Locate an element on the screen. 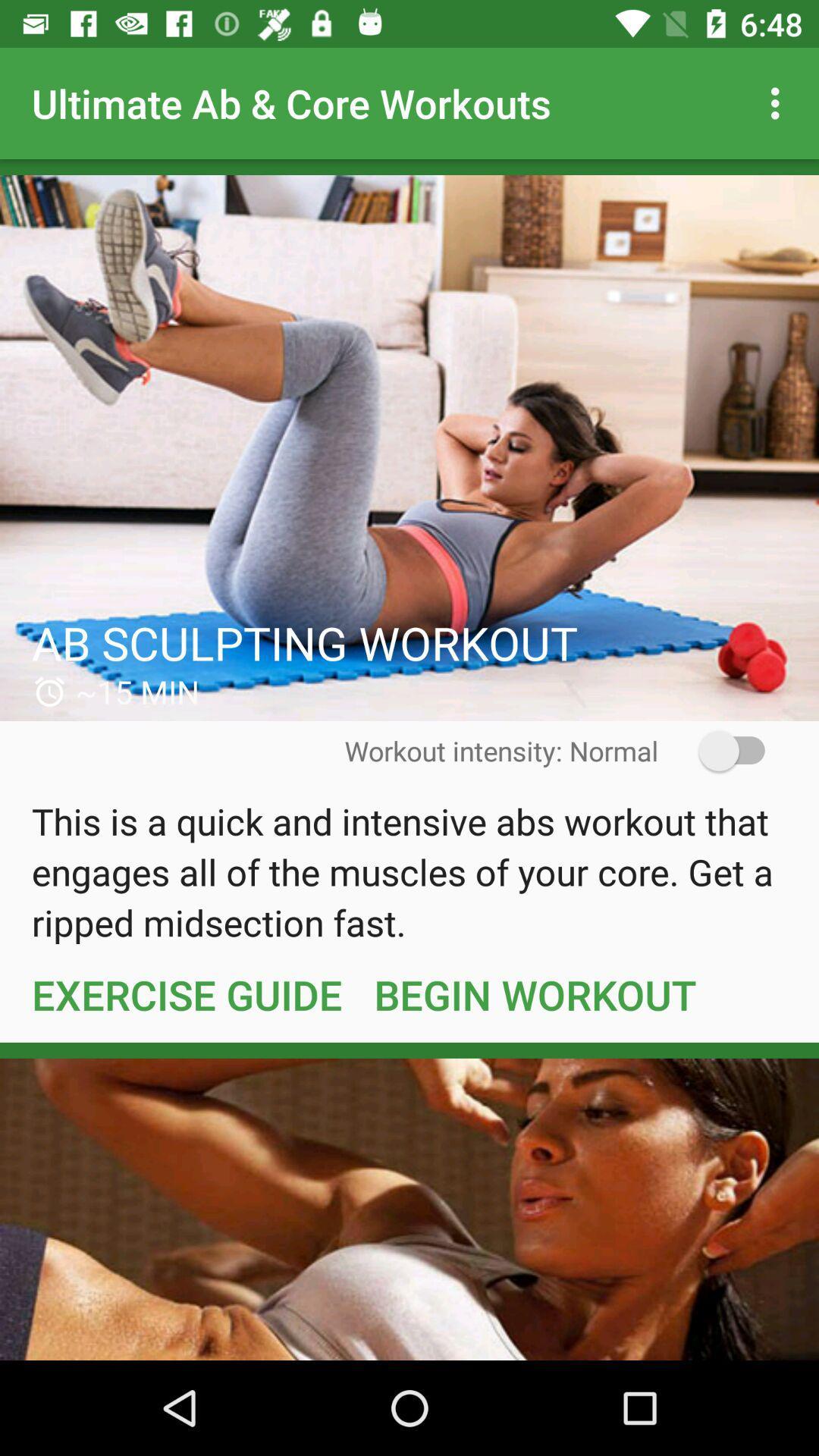 The image size is (819, 1456). the begin workout icon is located at coordinates (535, 994).